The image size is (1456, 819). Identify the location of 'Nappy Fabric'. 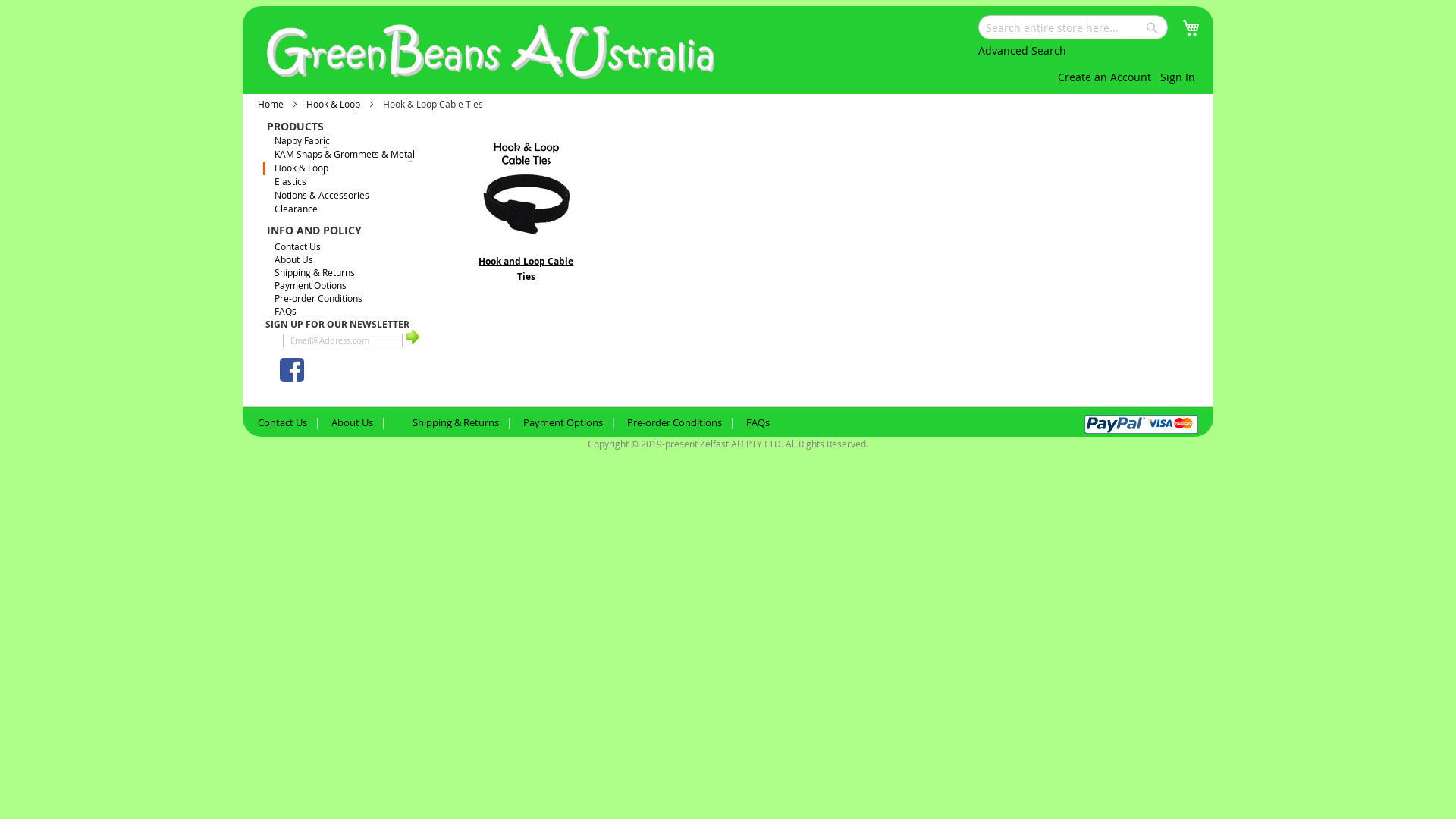
(297, 143).